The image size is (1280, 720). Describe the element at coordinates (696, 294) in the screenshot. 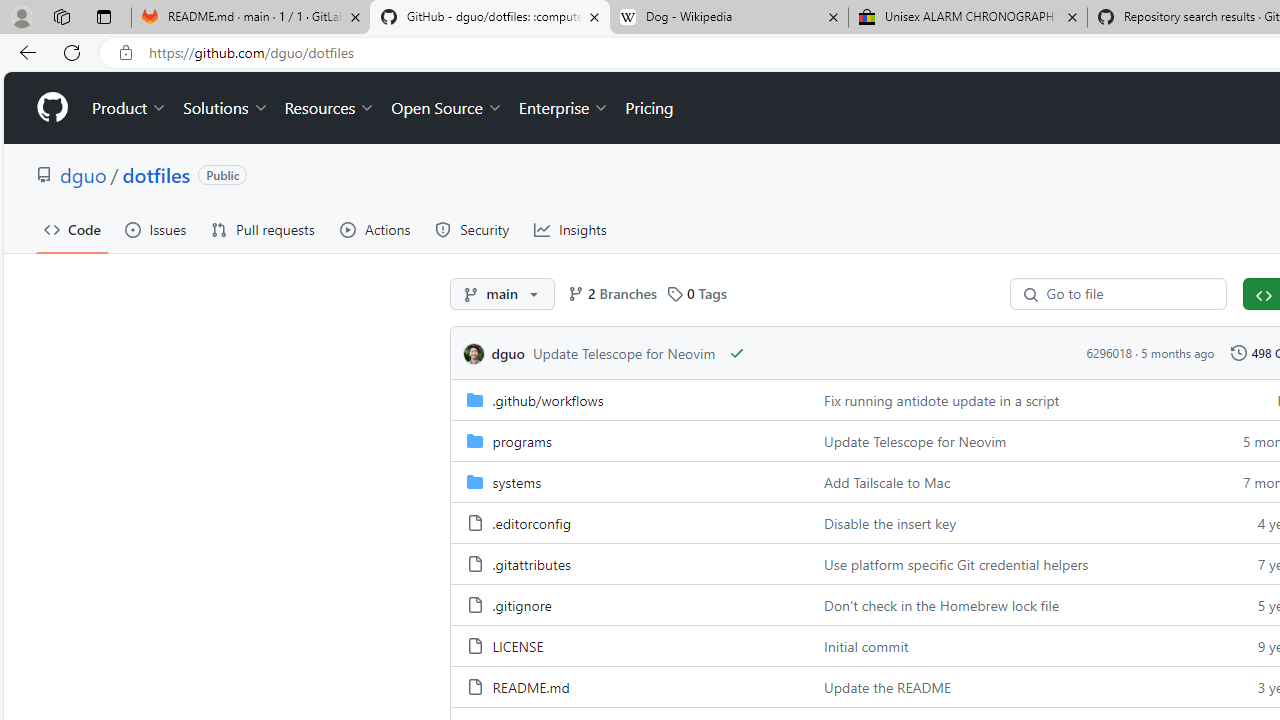

I see `'0 Tags'` at that location.